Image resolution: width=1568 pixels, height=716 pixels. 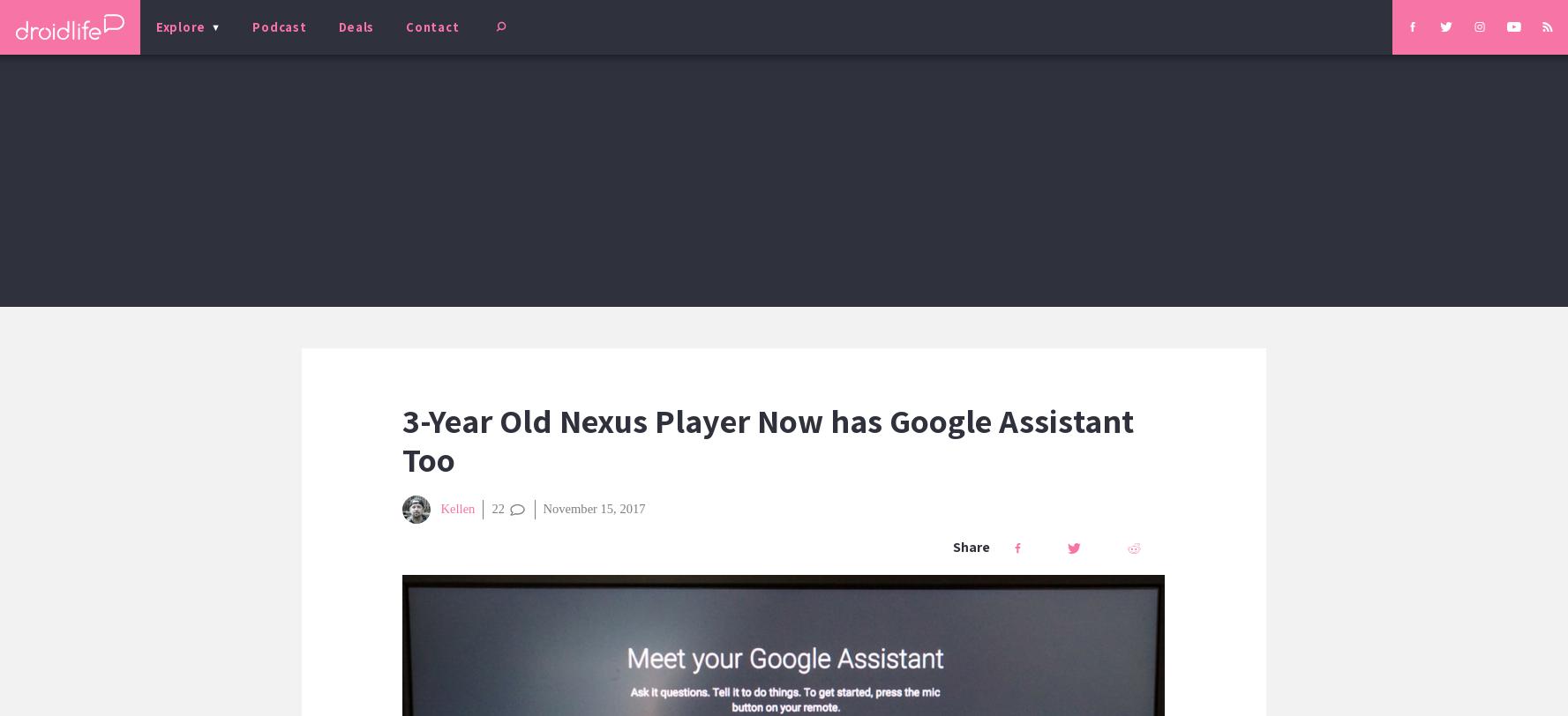 I want to click on 'Explore', so click(x=154, y=26).